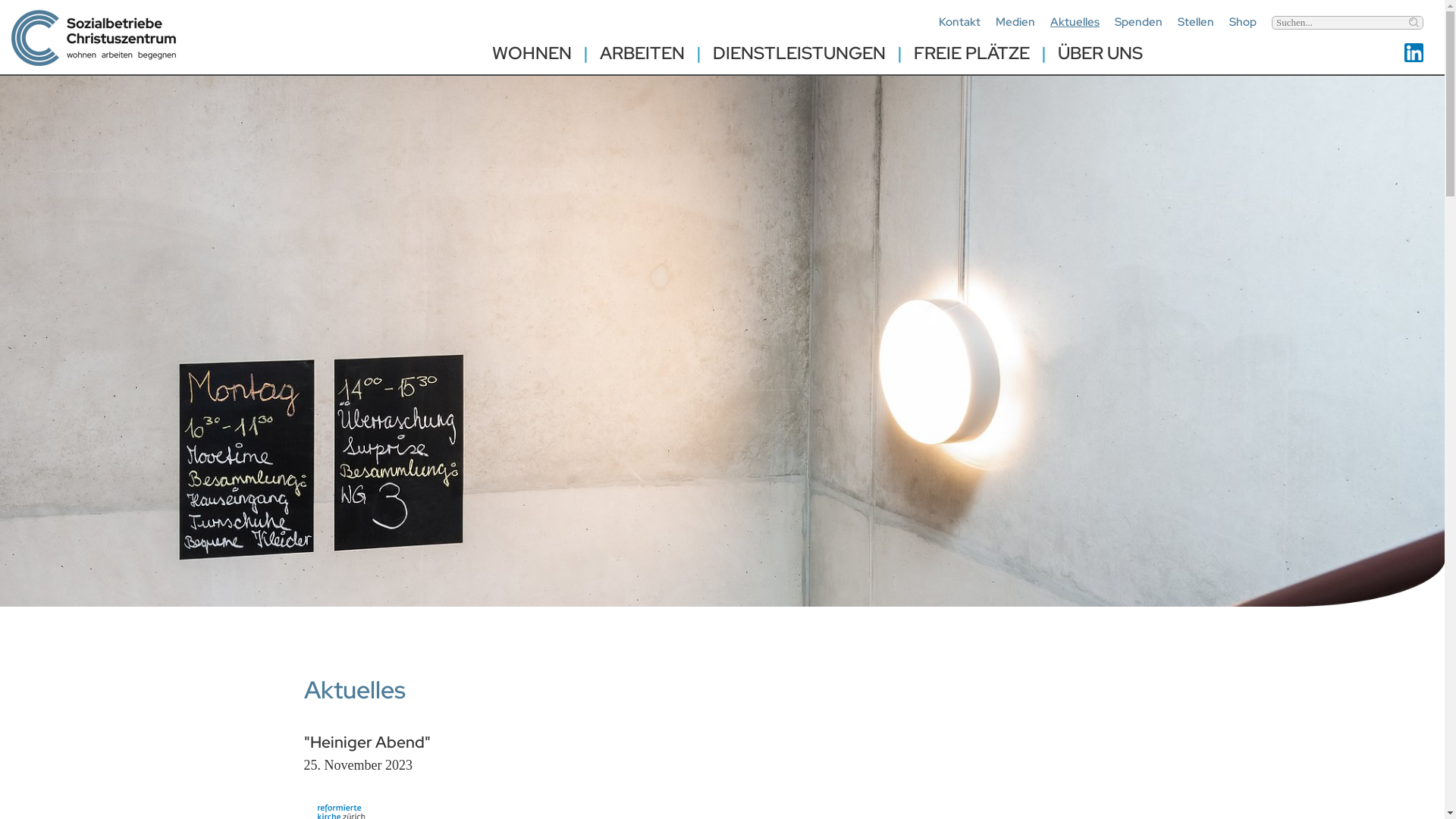  What do you see at coordinates (1242, 22) in the screenshot?
I see `'Shop'` at bounding box center [1242, 22].